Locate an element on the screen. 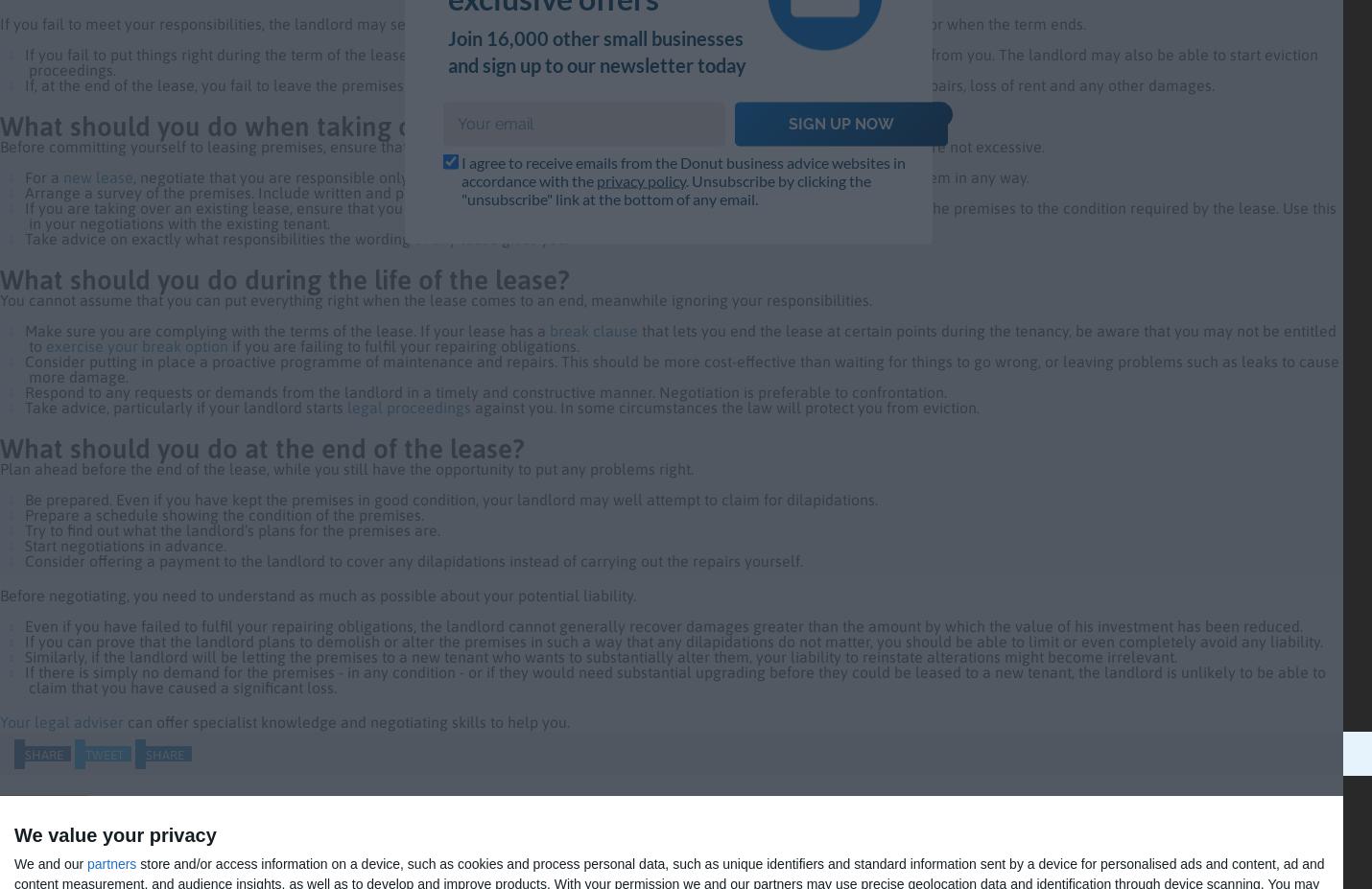 Image resolution: width=1372 pixels, height=889 pixels. 'Prepare a schedule showing the condition of the premises.' is located at coordinates (222, 515).